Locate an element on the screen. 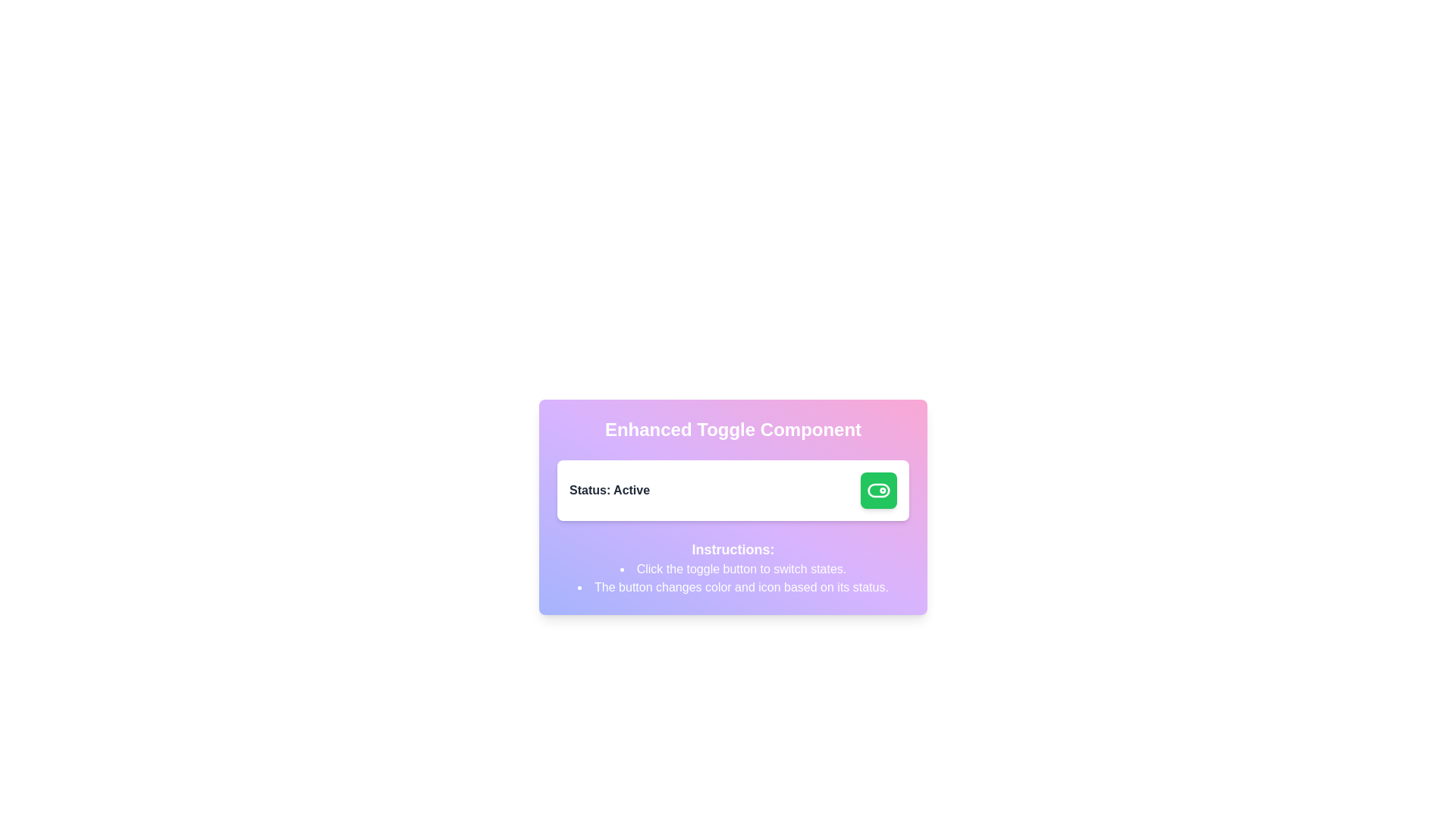 The width and height of the screenshot is (1456, 819). the toggle button to switch its state is located at coordinates (878, 491).